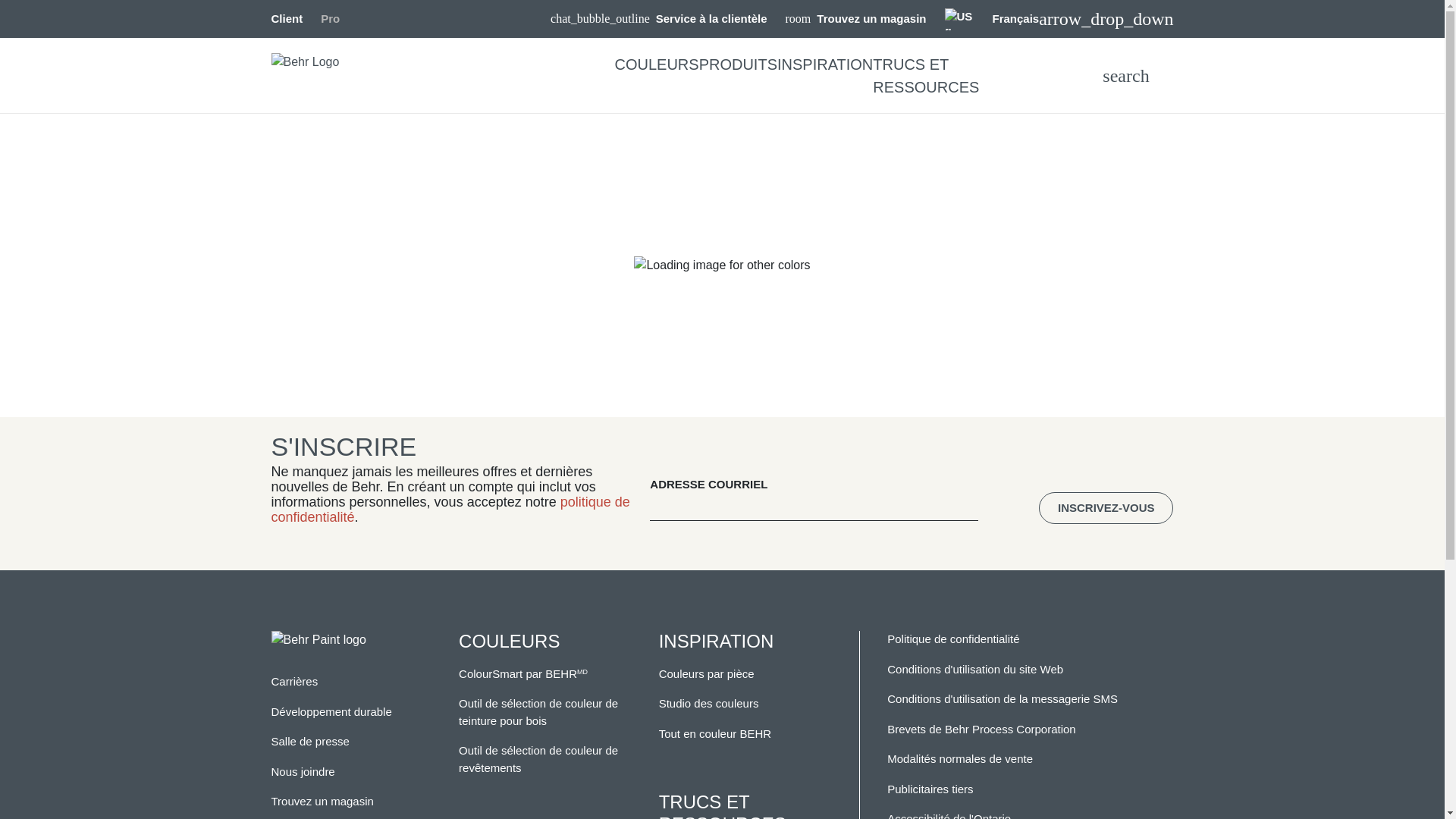  Describe the element at coordinates (1106, 508) in the screenshot. I see `'INSCRIVEZ-VOUS'` at that location.